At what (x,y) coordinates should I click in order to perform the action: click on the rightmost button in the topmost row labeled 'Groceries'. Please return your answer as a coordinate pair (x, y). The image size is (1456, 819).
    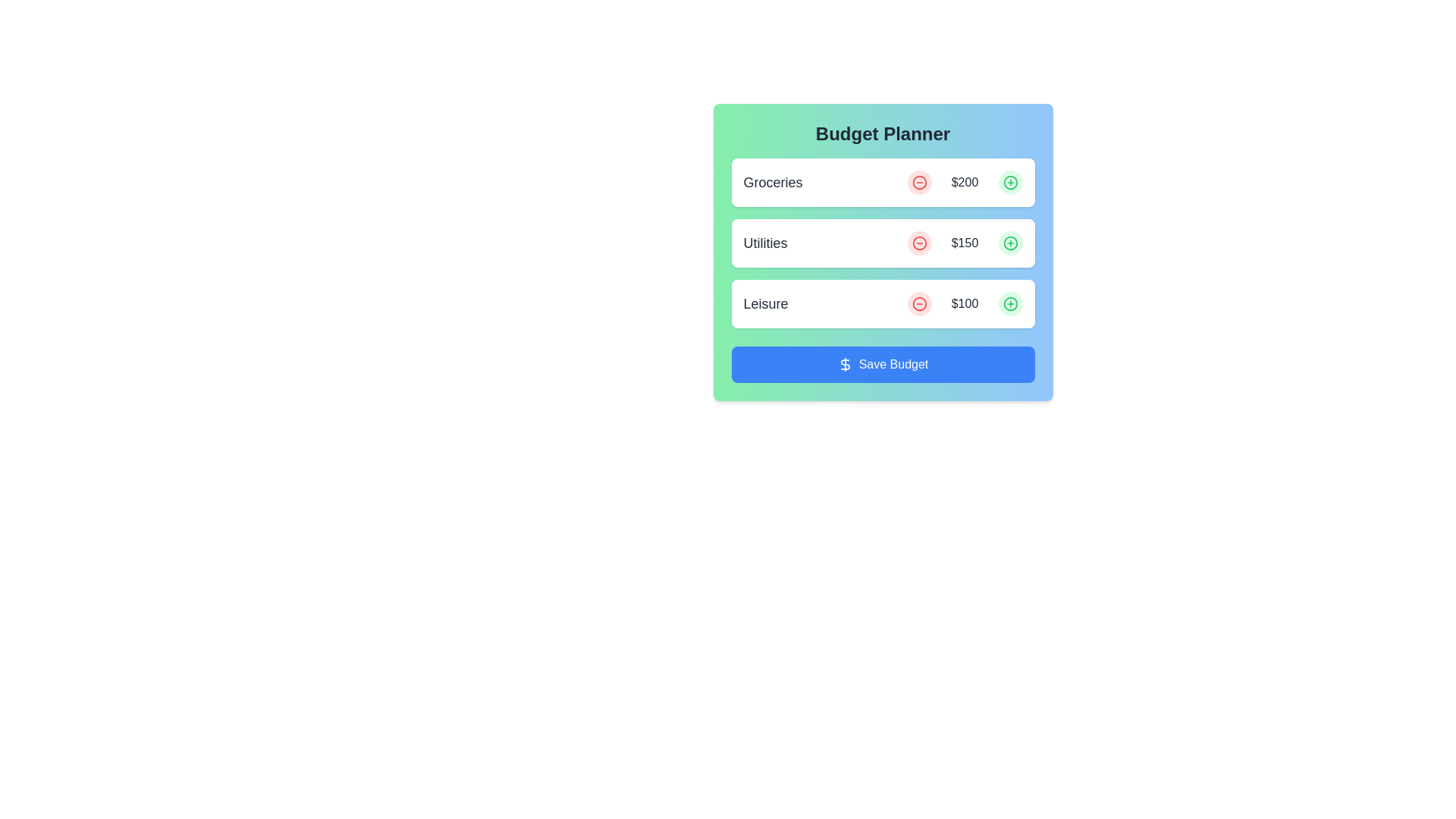
    Looking at the image, I should click on (1010, 181).